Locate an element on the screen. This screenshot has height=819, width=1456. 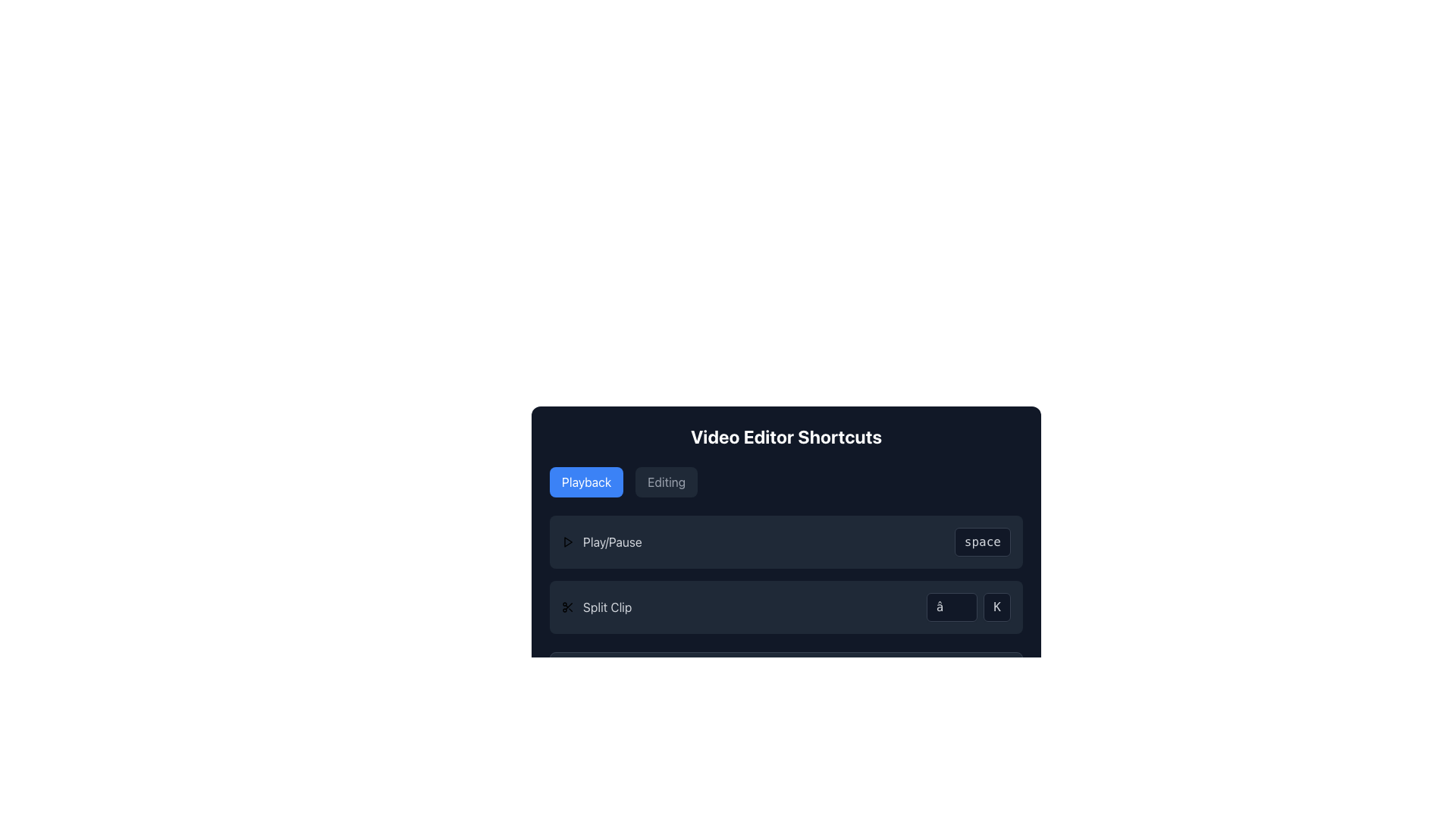
the space button located to the right of the 'Play/Pause' label in the 'Video Editor Shortcuts' section is located at coordinates (983, 541).